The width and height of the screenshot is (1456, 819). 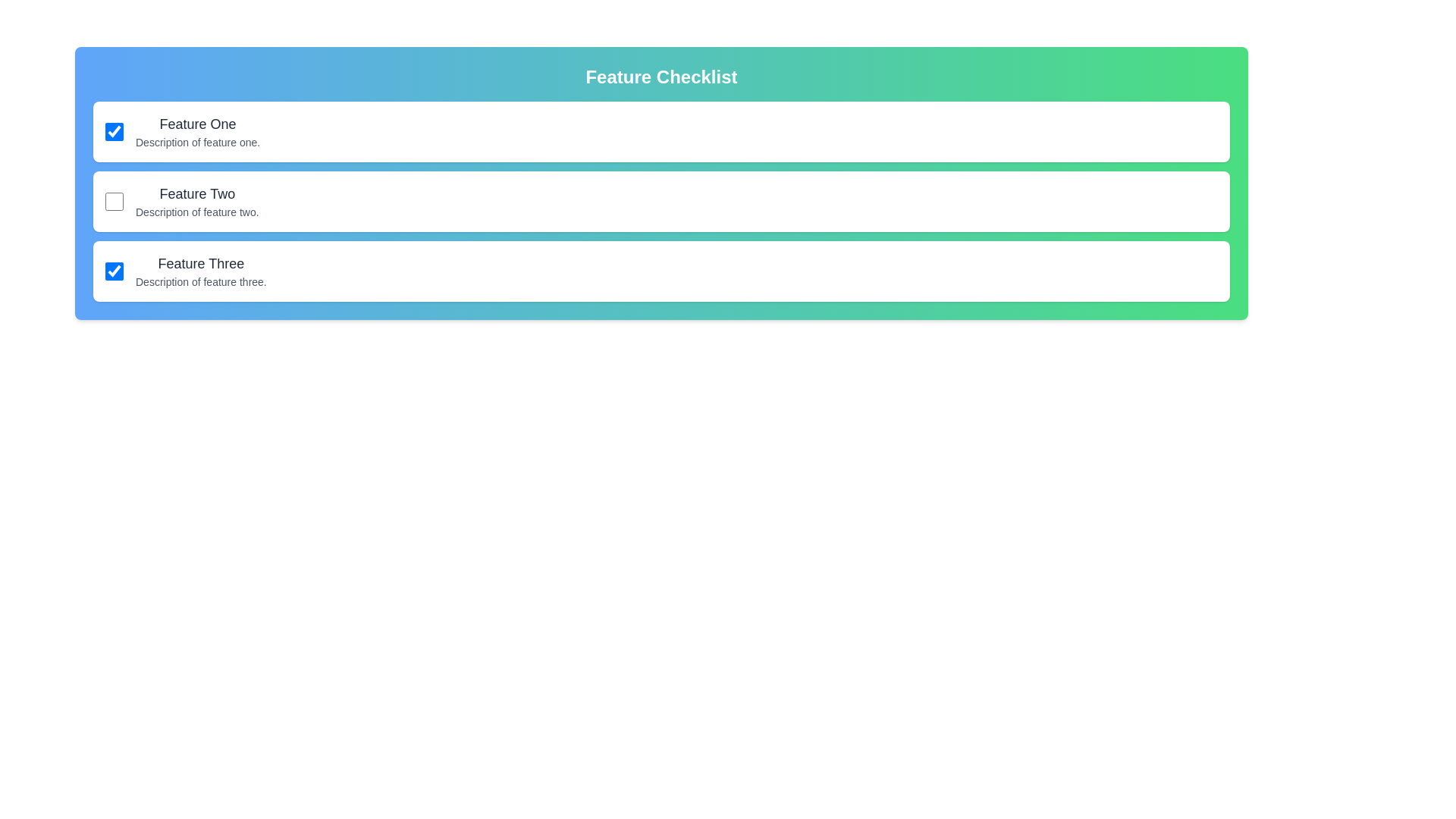 What do you see at coordinates (199, 262) in the screenshot?
I see `the title of the feature Feature Three to focus or select it` at bounding box center [199, 262].